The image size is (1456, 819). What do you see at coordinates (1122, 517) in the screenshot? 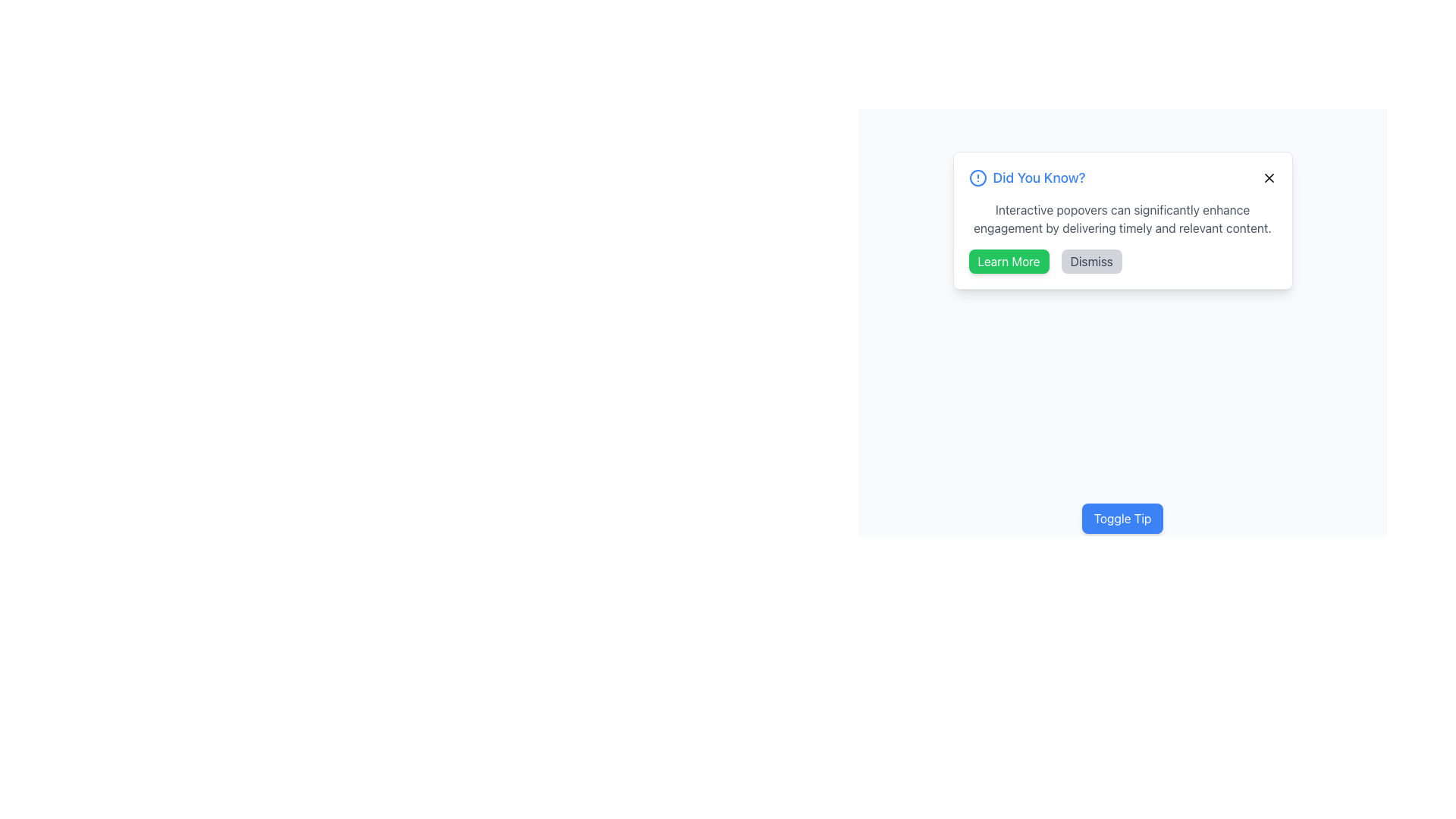
I see `the 'Toggle Tip' button, which has a blue background and white text, located near the bottom of the interface` at bounding box center [1122, 517].